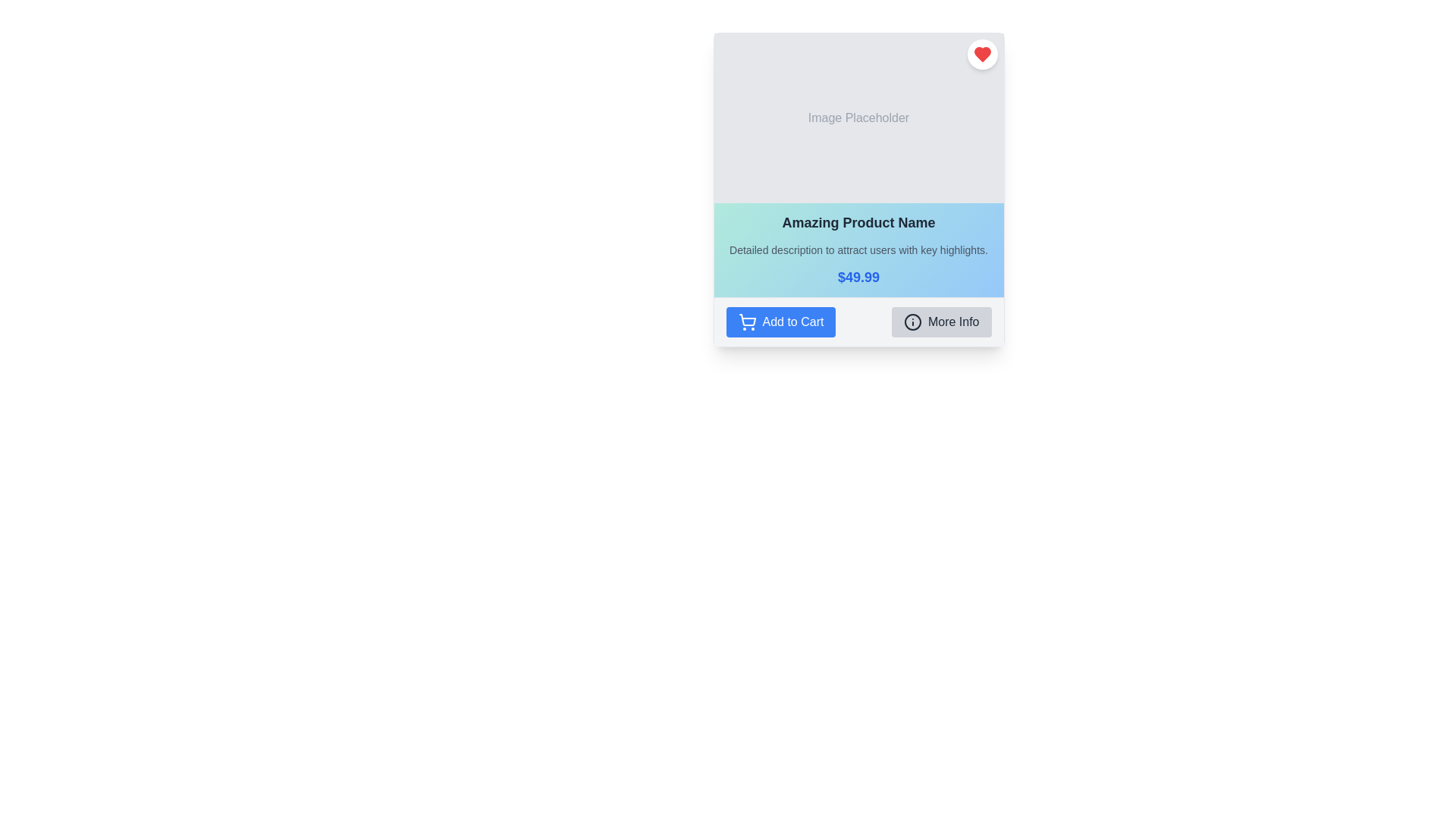 The image size is (1456, 819). What do you see at coordinates (940, 321) in the screenshot?
I see `the 'More Info' button with a gray background and an information symbol to the right of the 'Add to Cart' button` at bounding box center [940, 321].